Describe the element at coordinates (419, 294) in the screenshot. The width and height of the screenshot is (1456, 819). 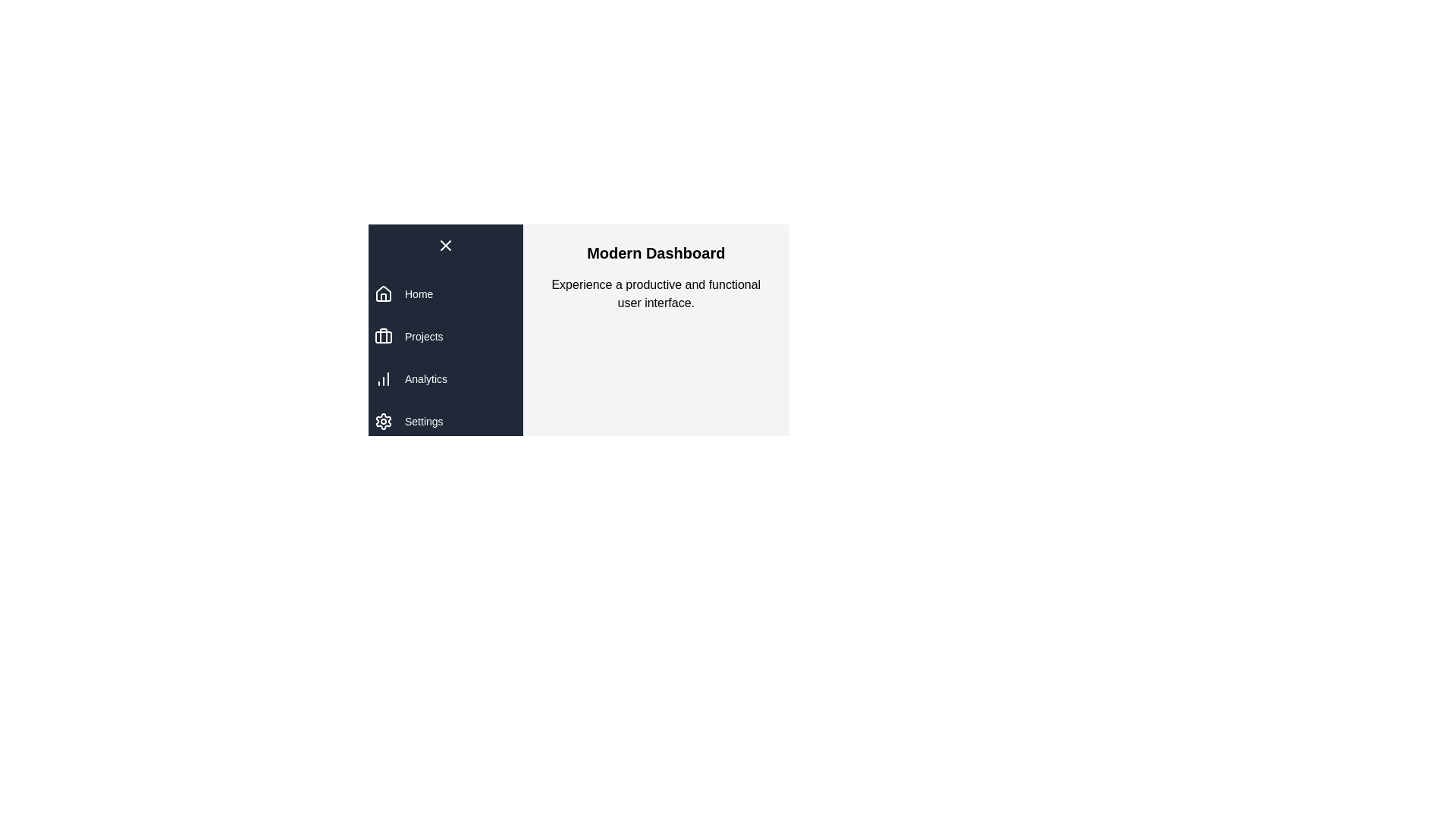
I see `the navigation item Home to navigate to the corresponding section` at that location.